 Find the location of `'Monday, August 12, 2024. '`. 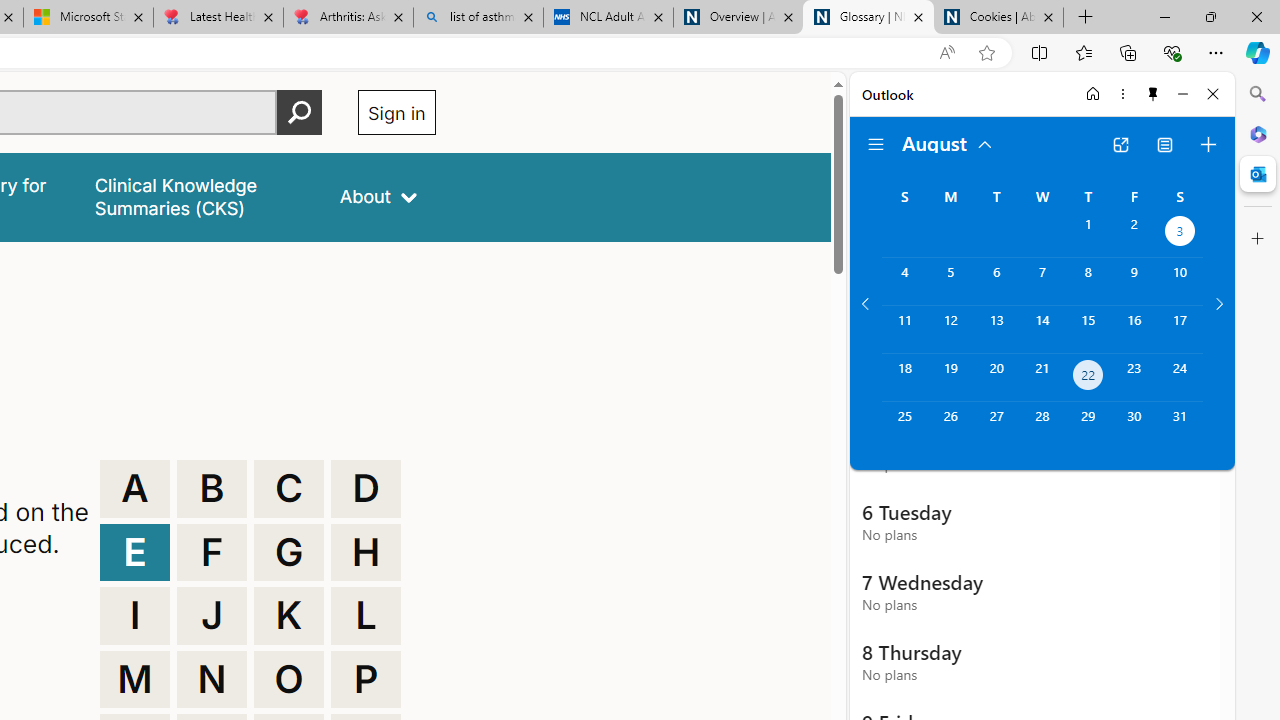

'Monday, August 12, 2024. ' is located at coordinates (949, 328).